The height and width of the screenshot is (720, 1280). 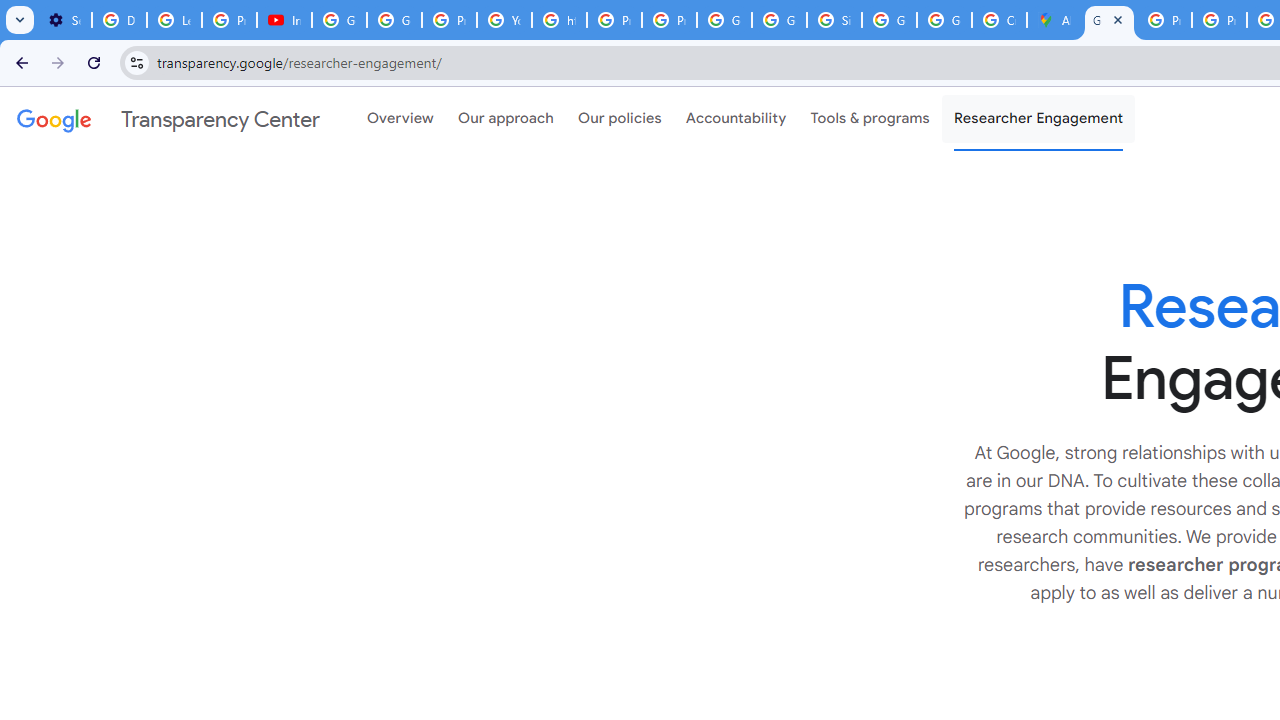 I want to click on 'Delete photos & videos - Computer - Google Photos Help', so click(x=118, y=20).